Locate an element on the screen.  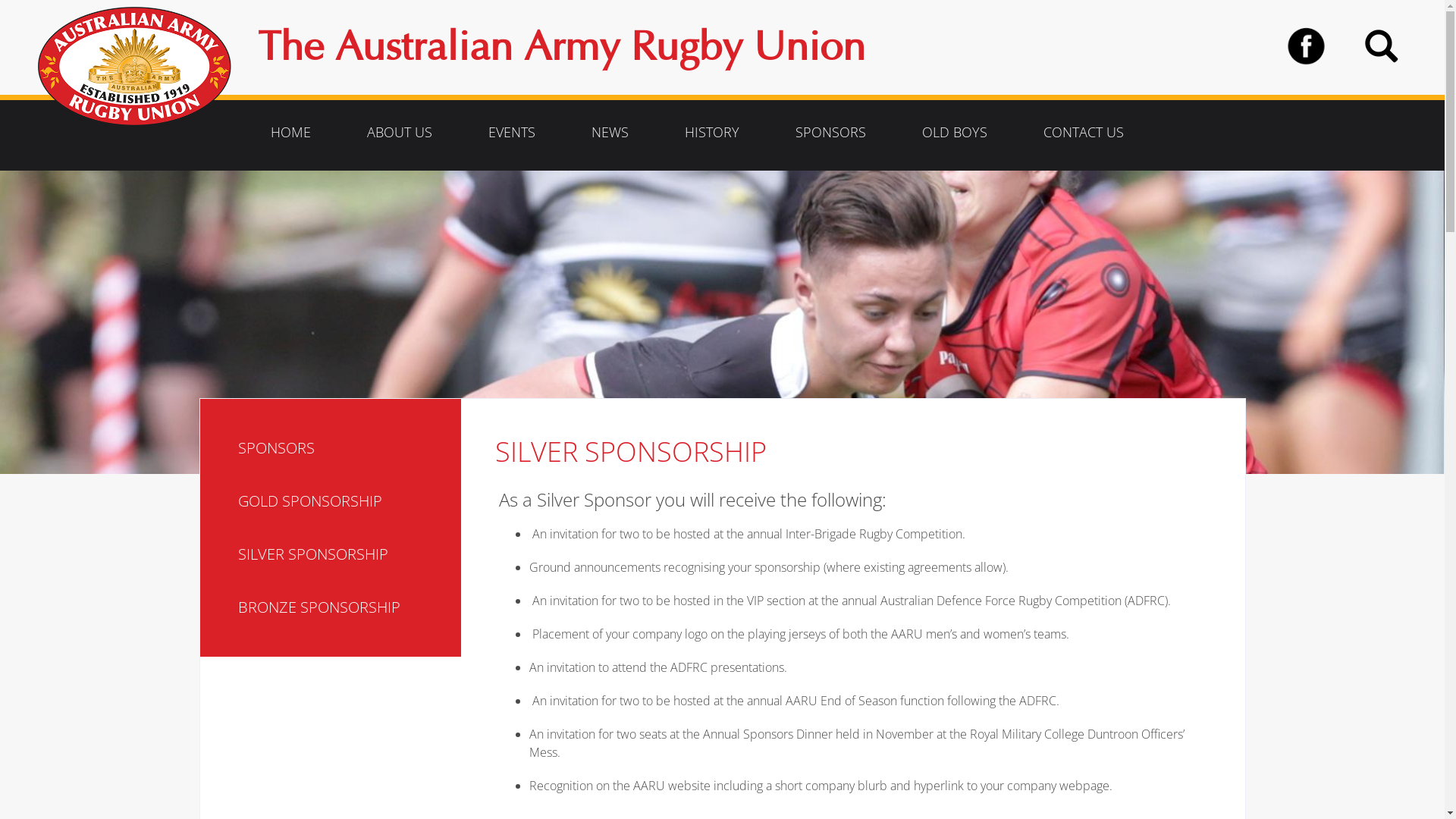
'GOLD SPONSORSHIP' is located at coordinates (237, 500).